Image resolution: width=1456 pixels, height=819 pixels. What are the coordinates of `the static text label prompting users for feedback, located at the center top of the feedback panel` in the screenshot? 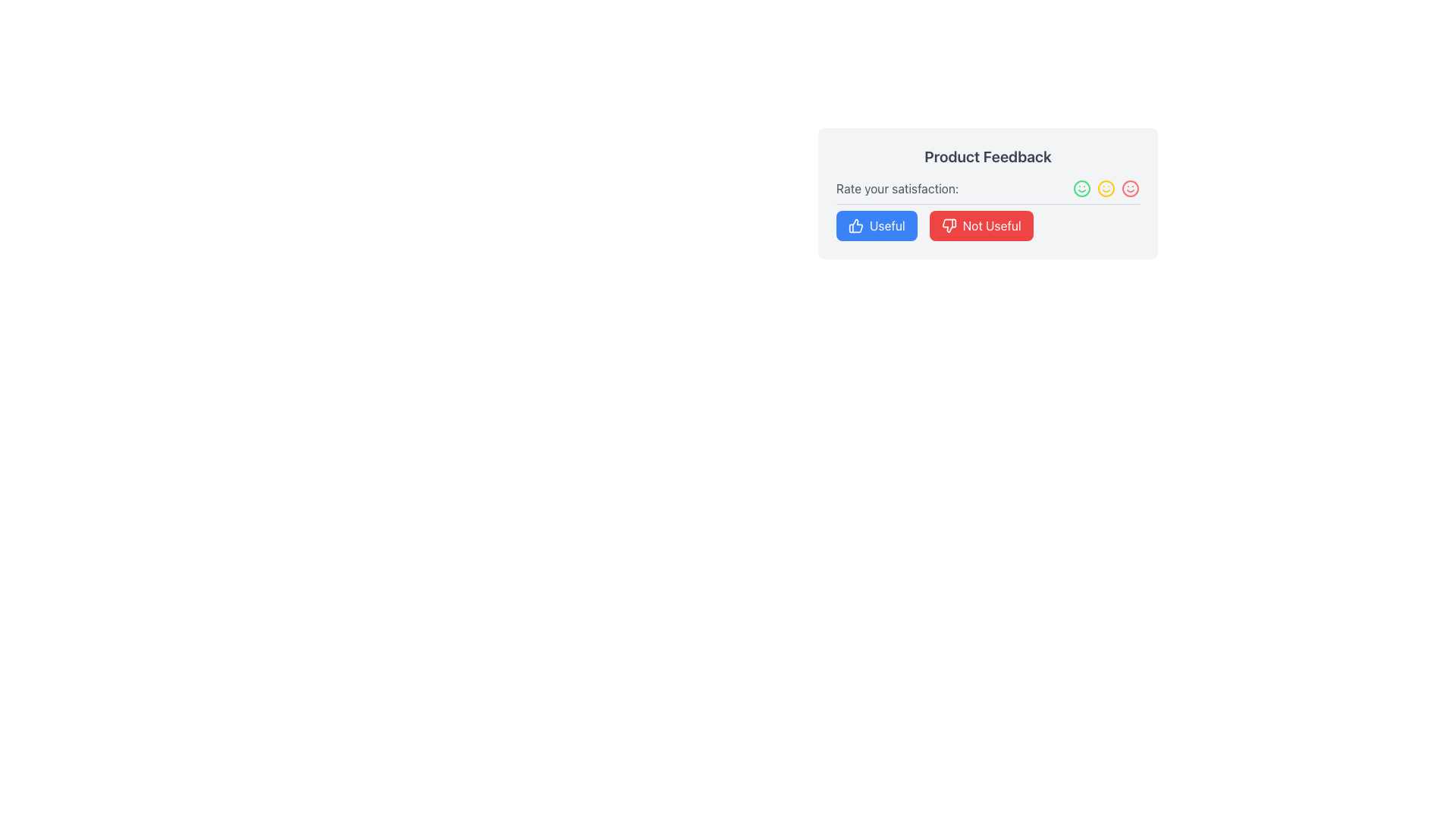 It's located at (897, 188).